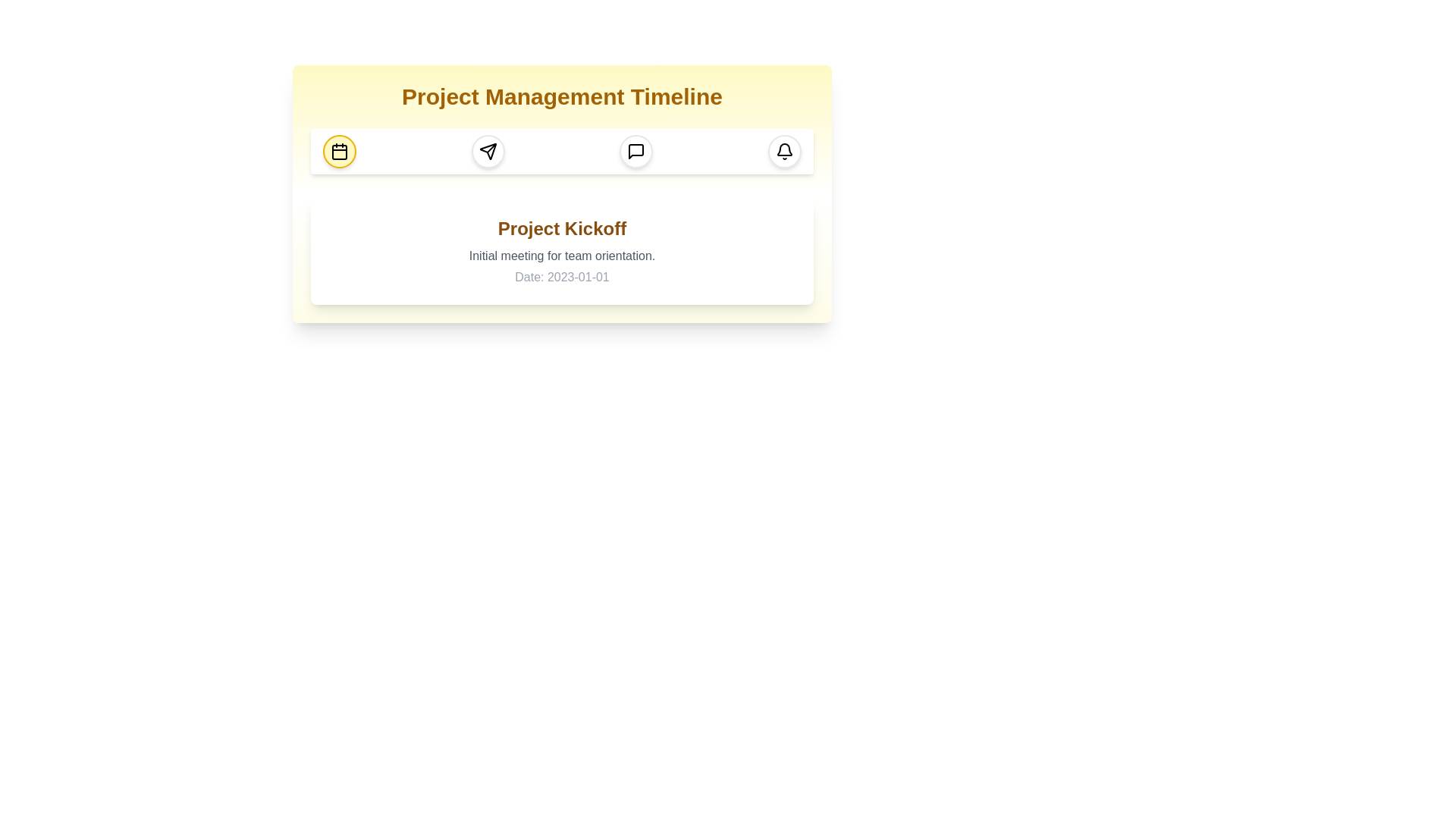 Image resolution: width=1456 pixels, height=819 pixels. Describe the element at coordinates (488, 152) in the screenshot. I see `the circular icon button with a paper-plane illustration located in the tool-like menu bar, positioned between the calendar icon and the comment bubble icon` at that location.